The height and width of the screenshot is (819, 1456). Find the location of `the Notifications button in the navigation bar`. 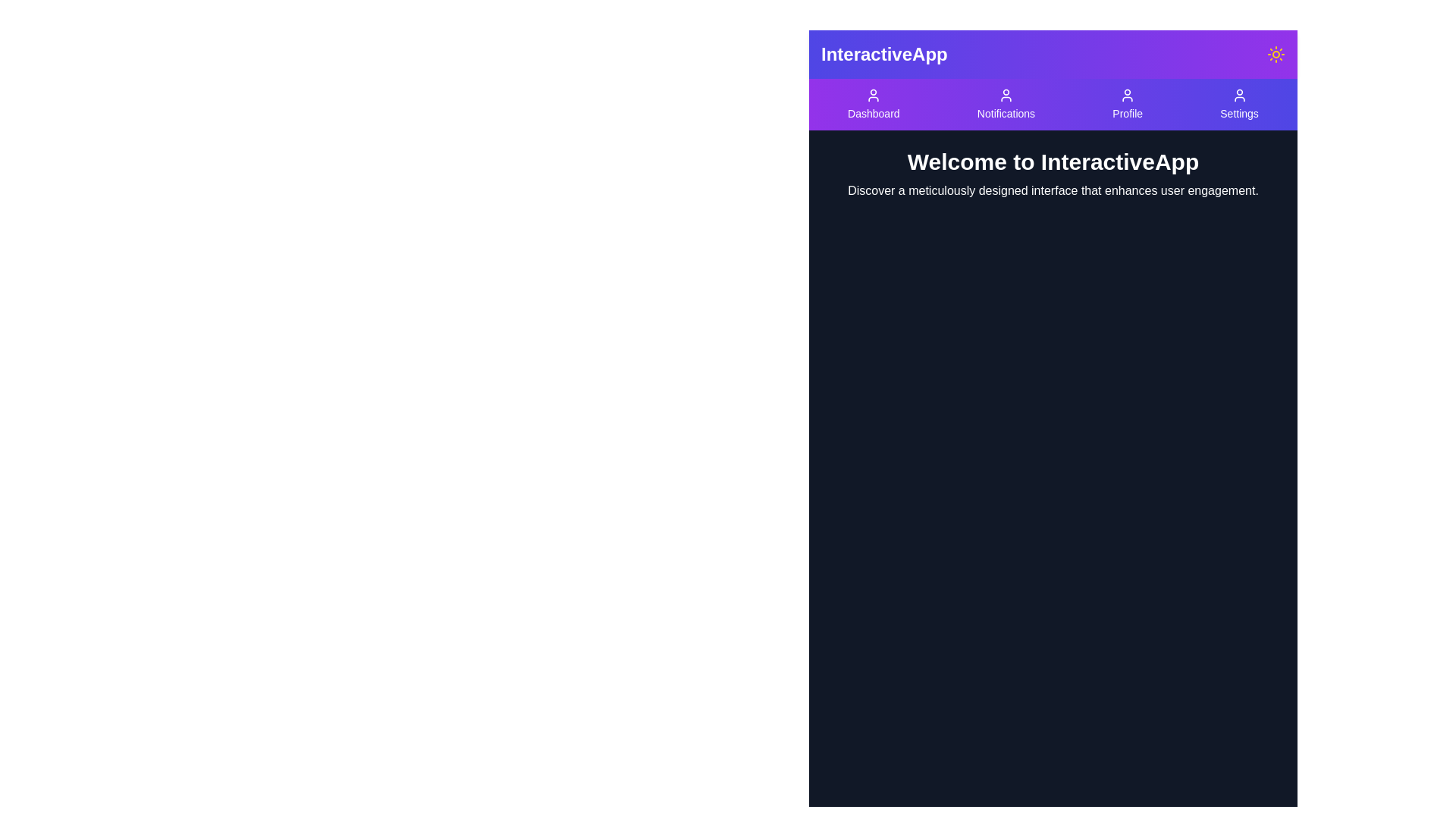

the Notifications button in the navigation bar is located at coordinates (1006, 104).